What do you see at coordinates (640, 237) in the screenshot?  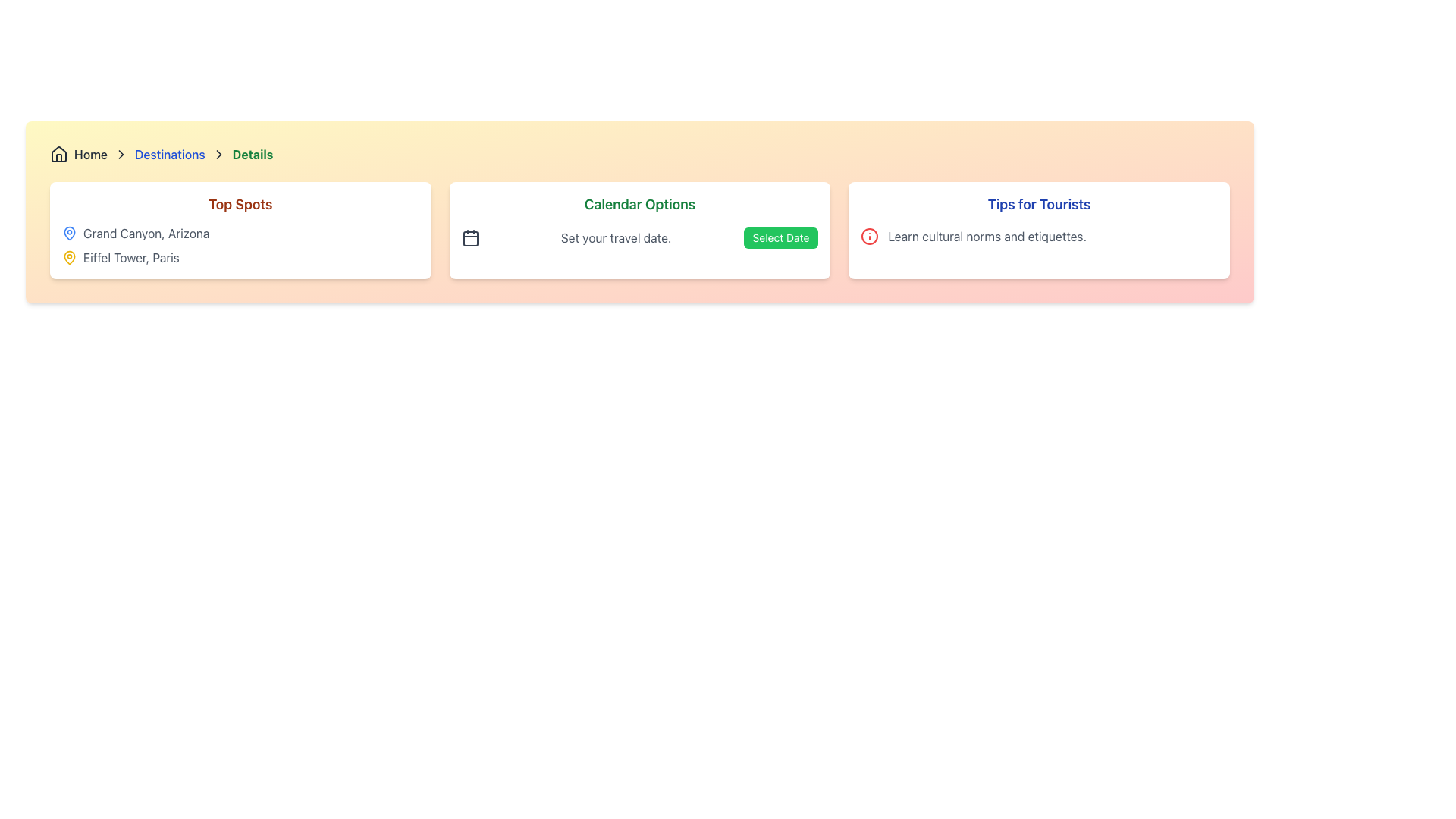 I see `instruction text from the 'Calendar Options' panel, which contains a calendar icon and a button for setting a travel date` at bounding box center [640, 237].